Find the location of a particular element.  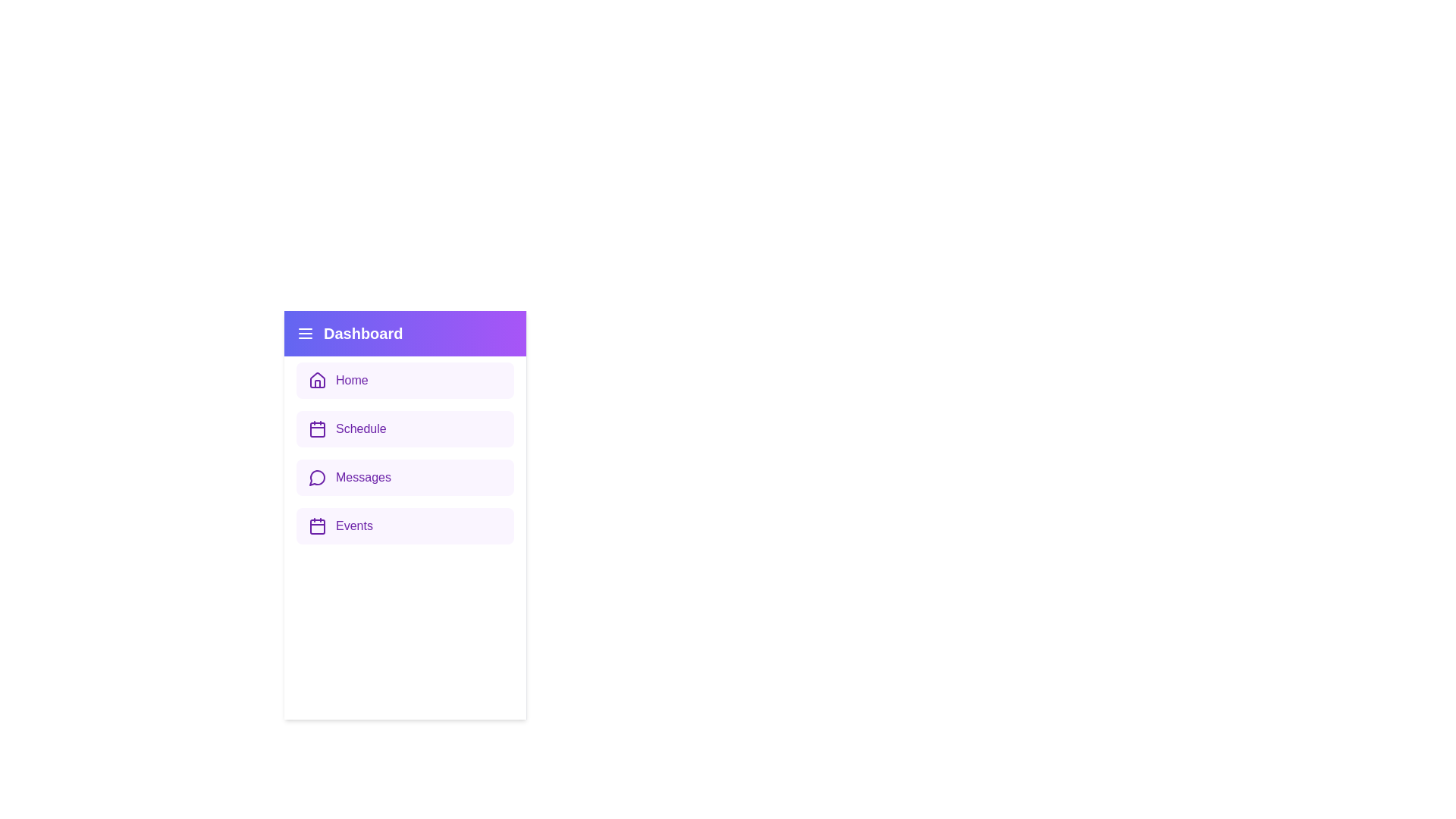

the menu icon in the sidebar header to toggle the sidebar visibility is located at coordinates (305, 332).